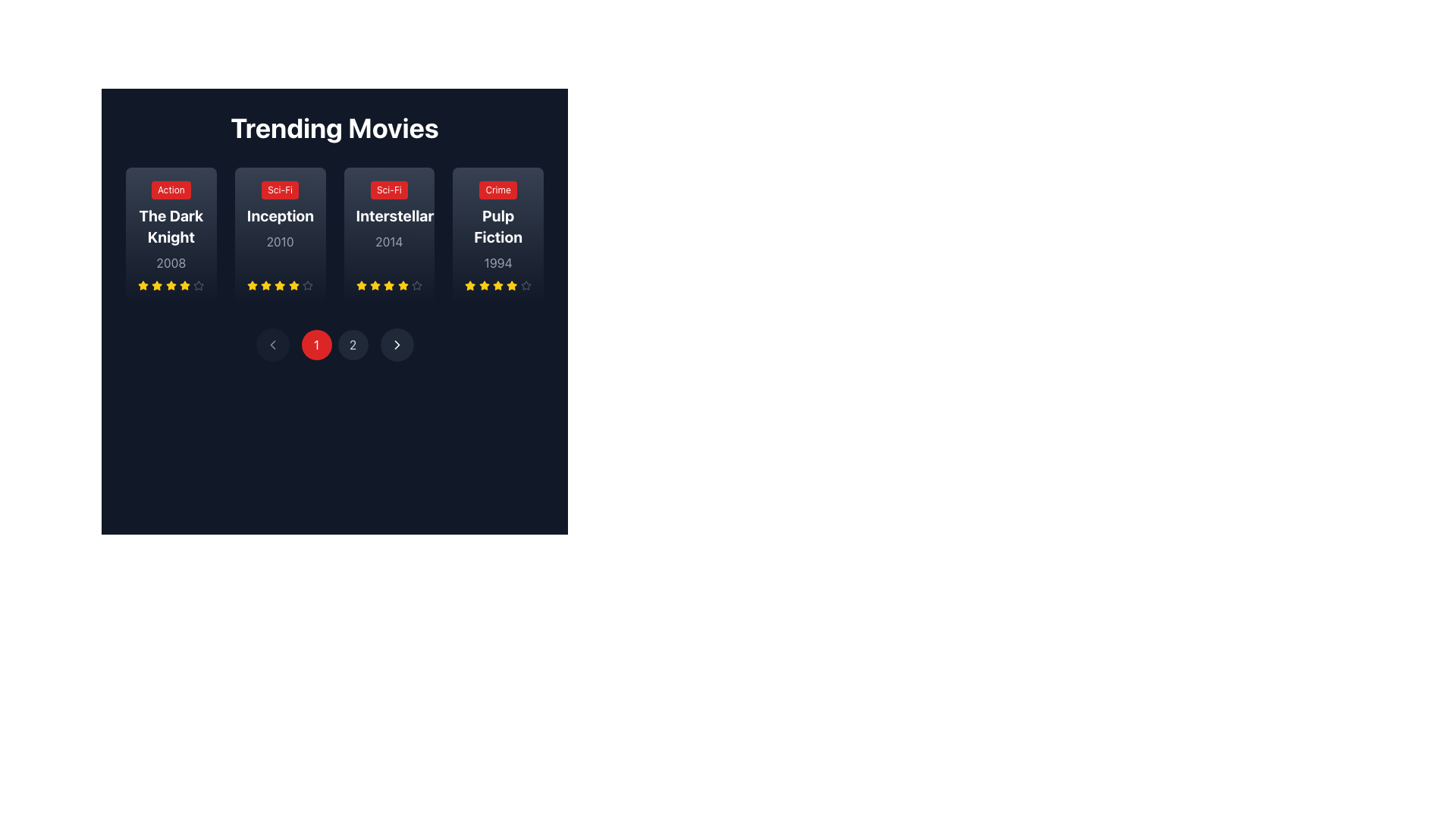  What do you see at coordinates (315, 344) in the screenshot?
I see `the circular red button with the digit '1' in white text` at bounding box center [315, 344].